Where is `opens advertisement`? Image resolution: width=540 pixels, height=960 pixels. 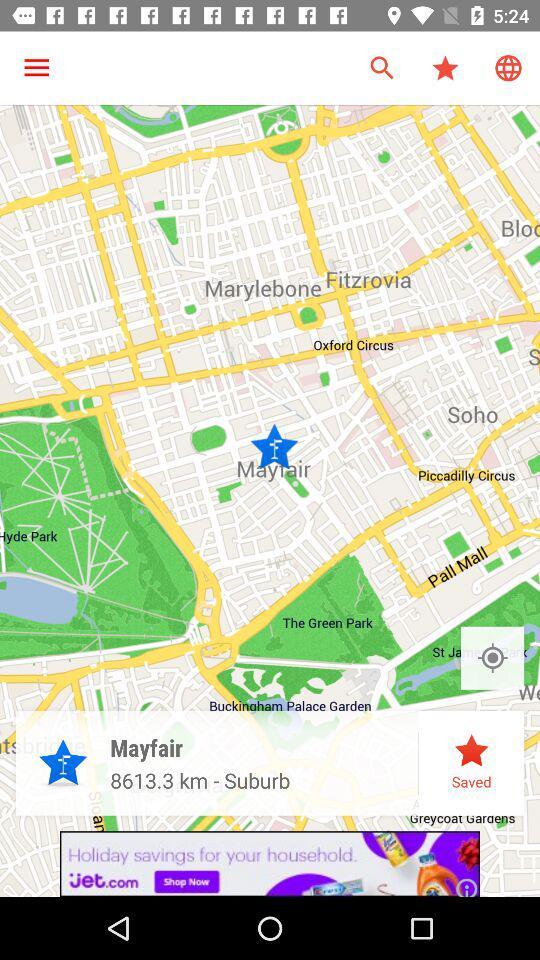 opens advertisement is located at coordinates (270, 863).